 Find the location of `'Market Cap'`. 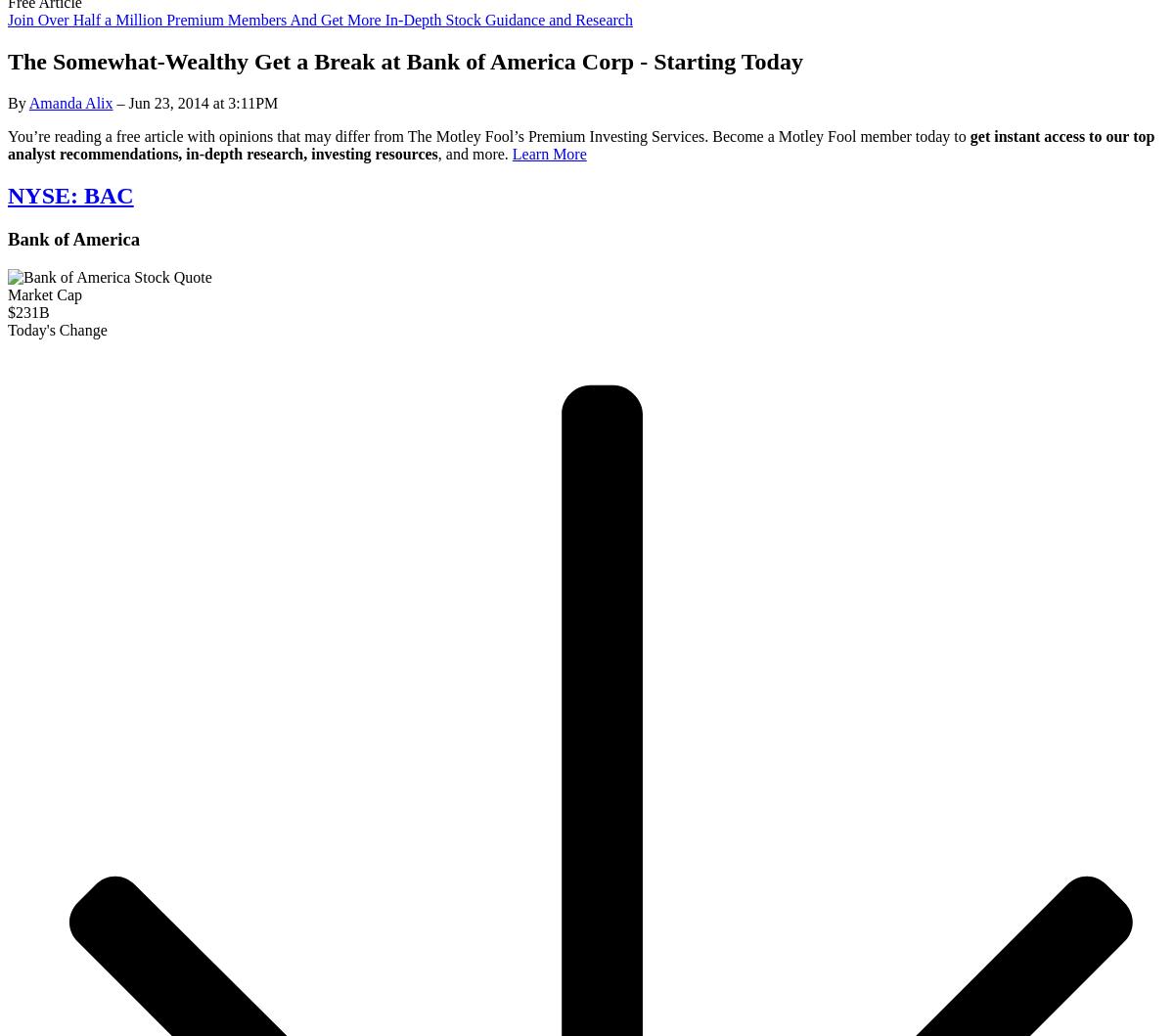

'Market Cap' is located at coordinates (44, 293).